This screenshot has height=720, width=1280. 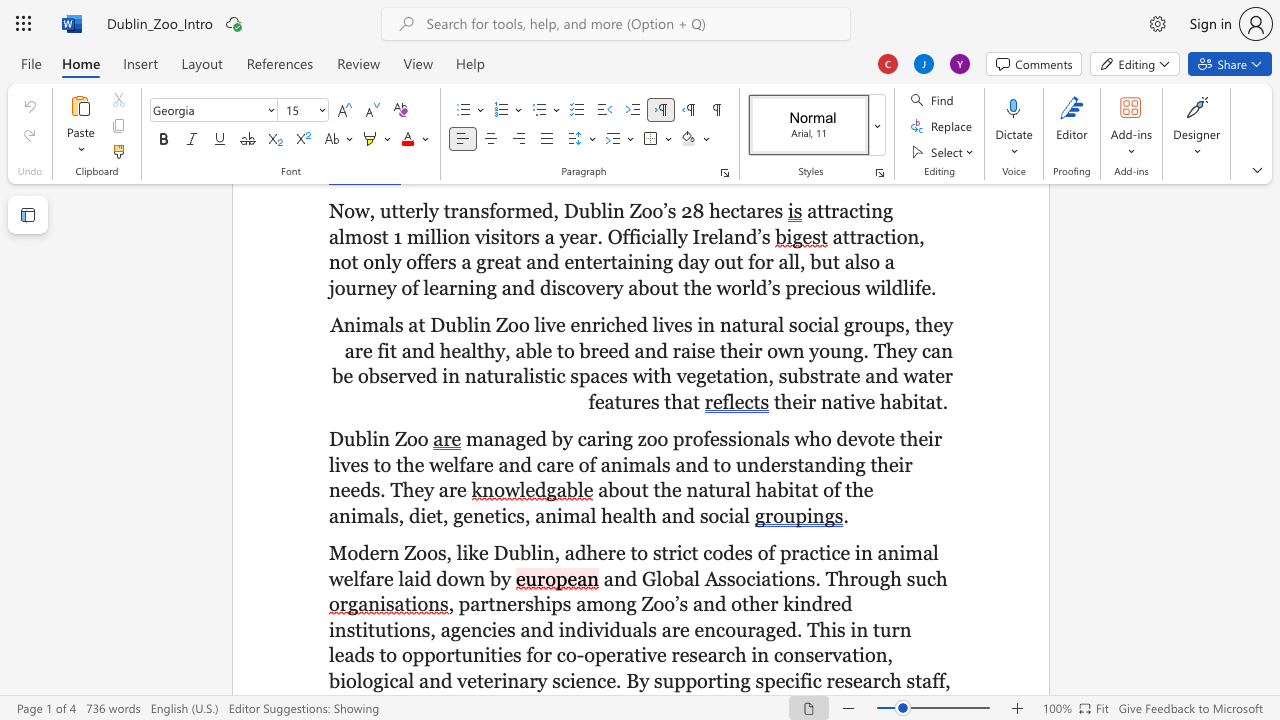 I want to click on the 1th character "u" in the text, so click(x=349, y=438).